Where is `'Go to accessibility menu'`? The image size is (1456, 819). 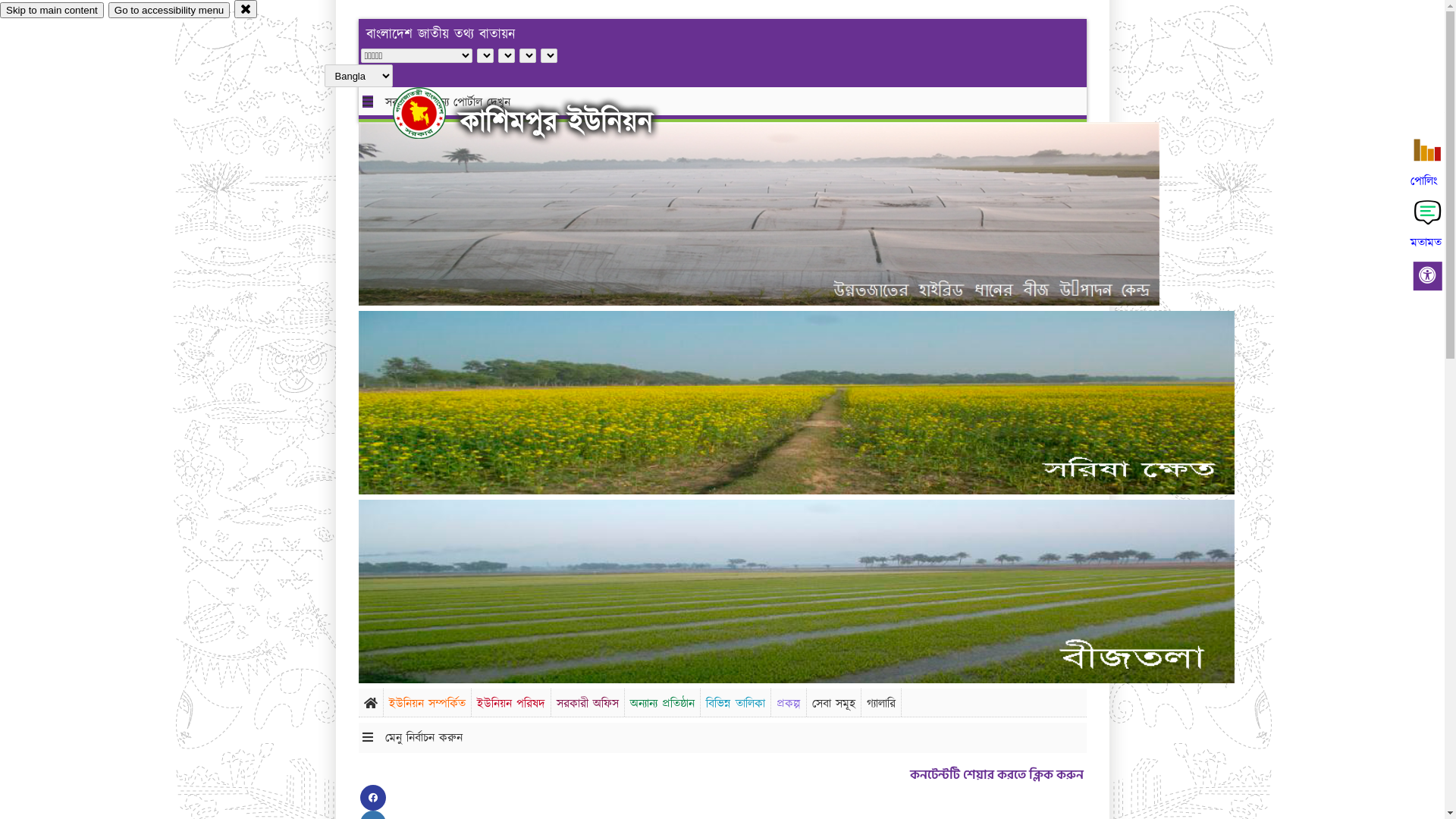 'Go to accessibility menu' is located at coordinates (168, 10).